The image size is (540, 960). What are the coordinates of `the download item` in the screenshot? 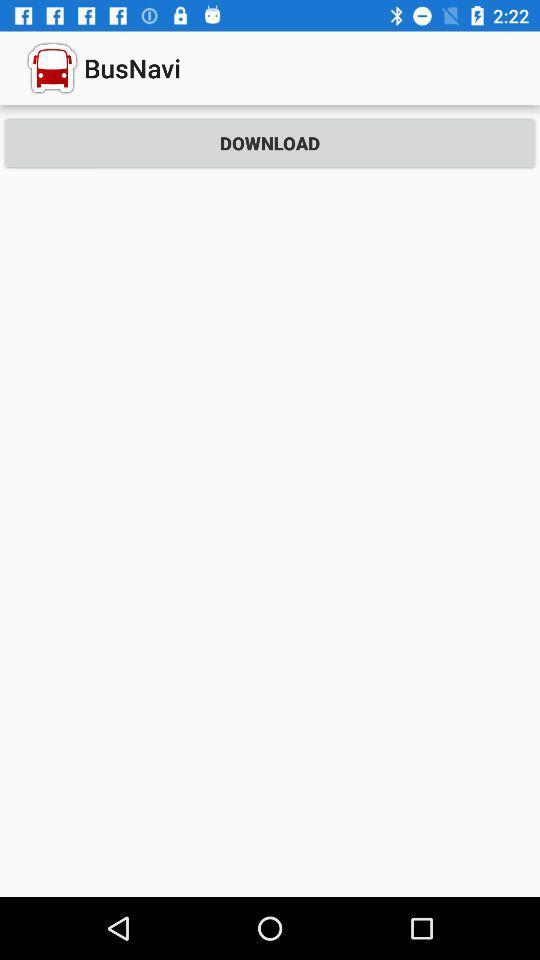 It's located at (270, 142).